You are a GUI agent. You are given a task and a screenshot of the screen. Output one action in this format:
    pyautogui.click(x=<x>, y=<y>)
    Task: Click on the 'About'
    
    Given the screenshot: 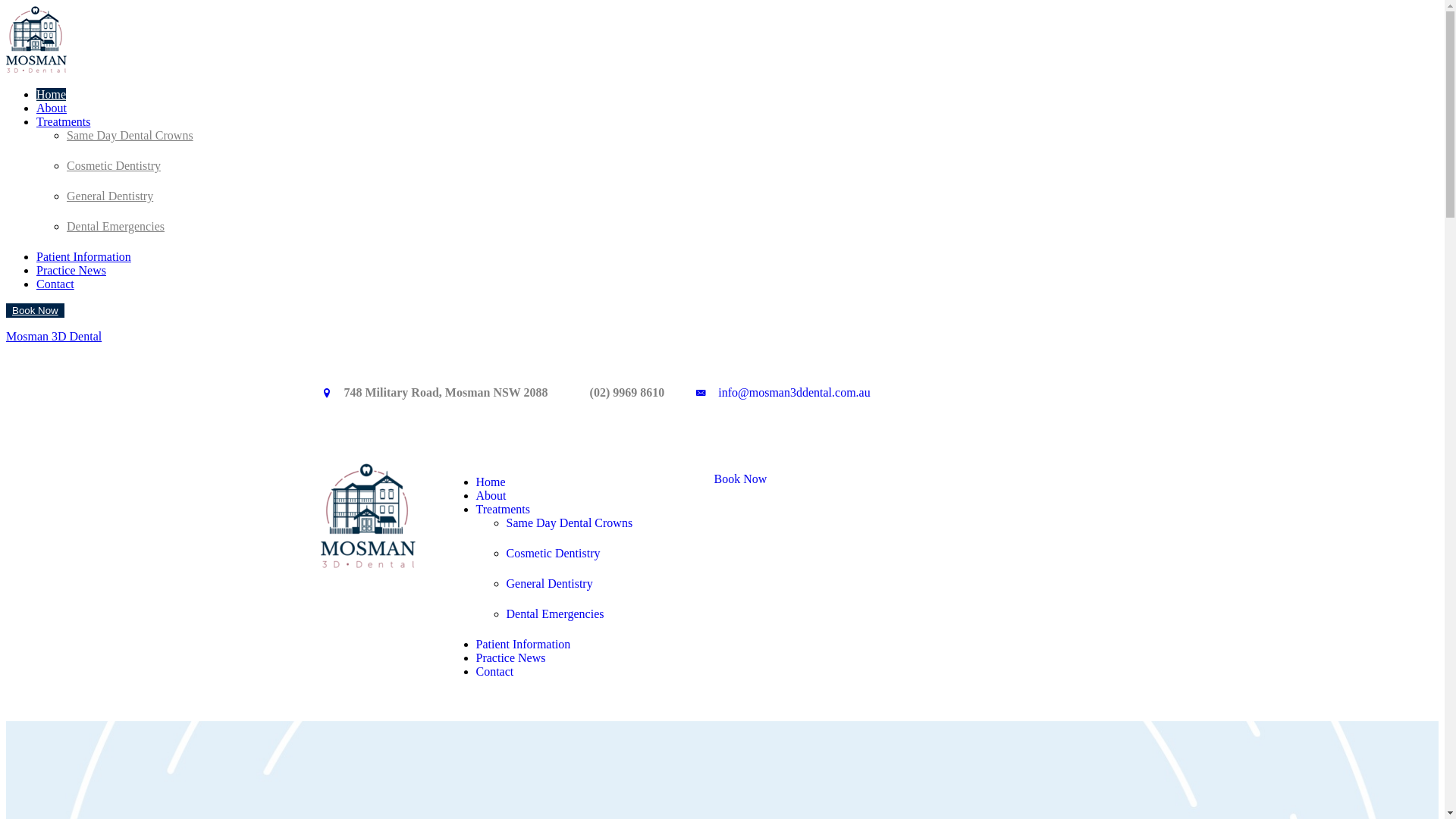 What is the action you would take?
    pyautogui.click(x=475, y=495)
    